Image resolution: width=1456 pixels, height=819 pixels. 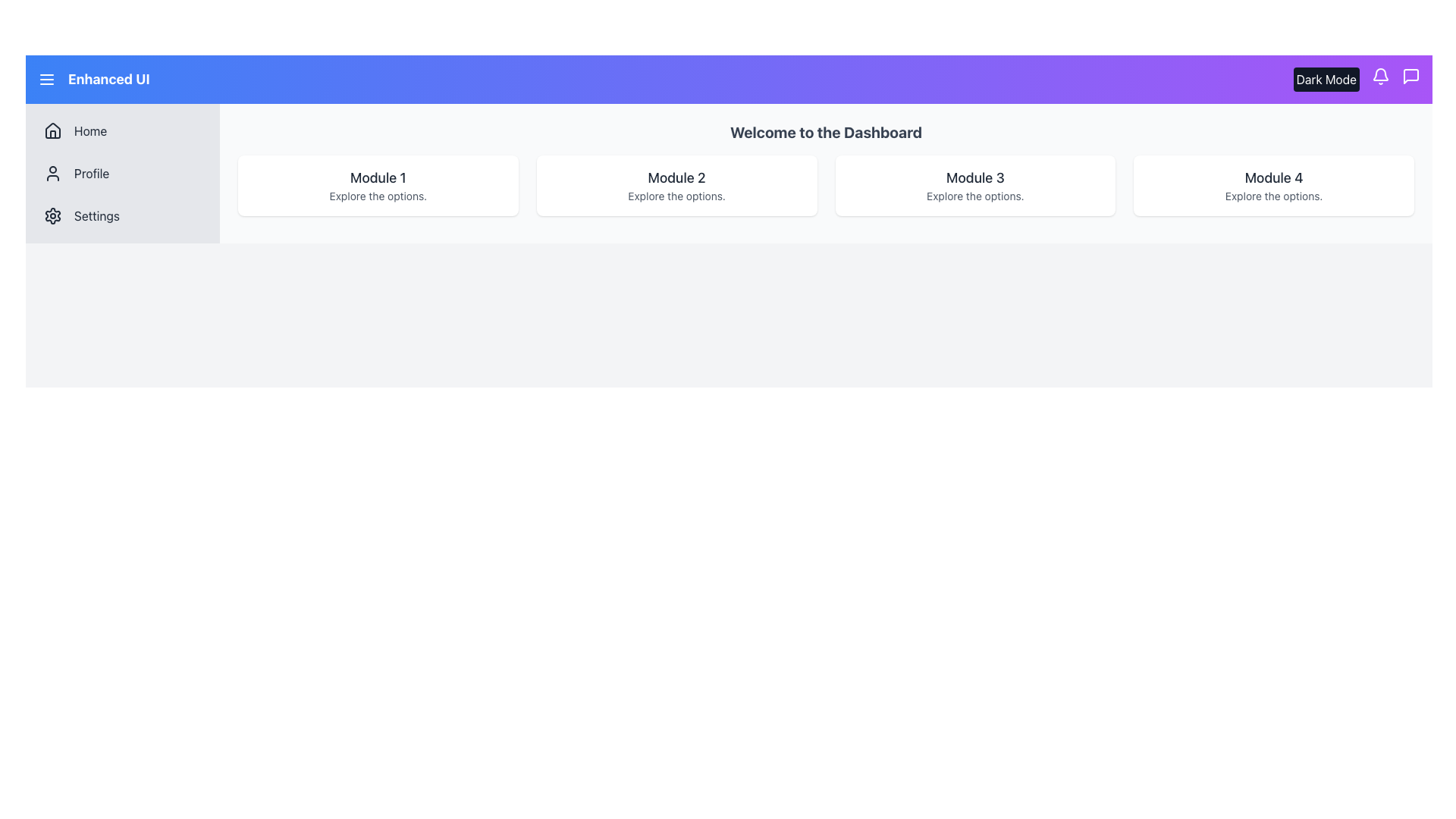 What do you see at coordinates (47, 79) in the screenshot?
I see `the menu toggle button located to the left of the text 'Enhanced UI' in the top navigation bar` at bounding box center [47, 79].